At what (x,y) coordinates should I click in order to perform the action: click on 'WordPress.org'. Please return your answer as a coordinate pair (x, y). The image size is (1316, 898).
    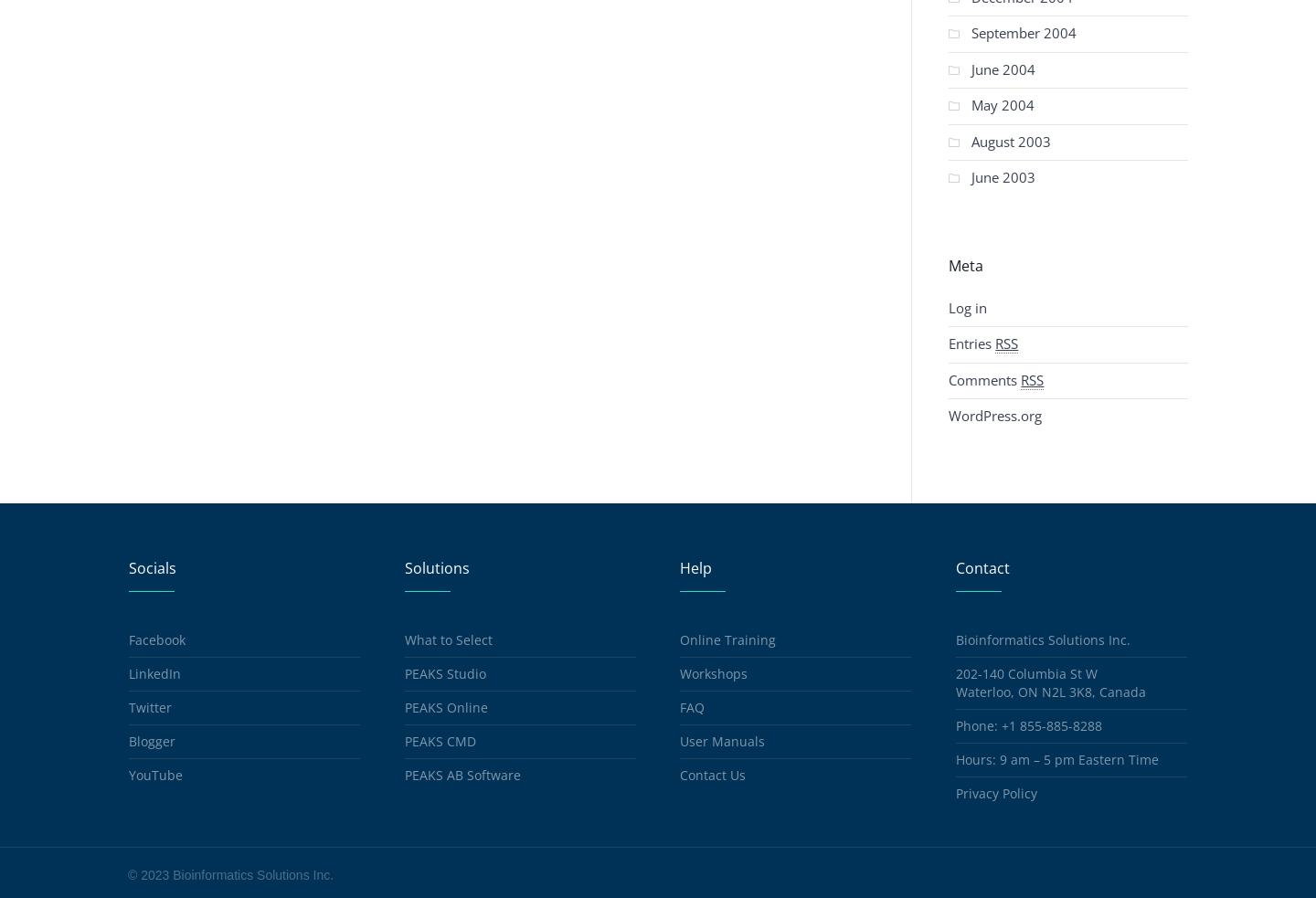
    Looking at the image, I should click on (993, 415).